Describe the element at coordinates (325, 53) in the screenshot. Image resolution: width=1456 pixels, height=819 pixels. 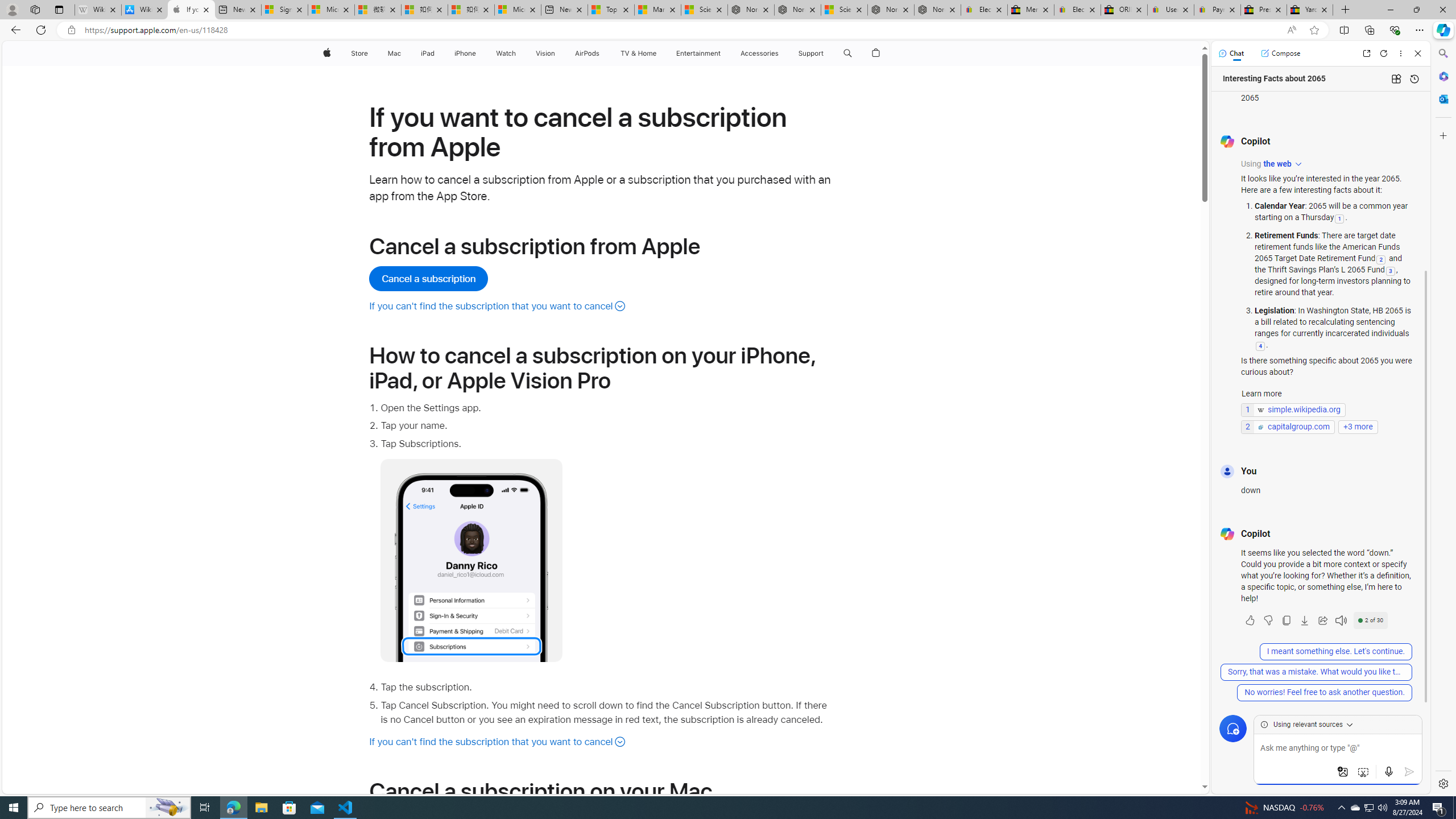
I see `'Apple'` at that location.